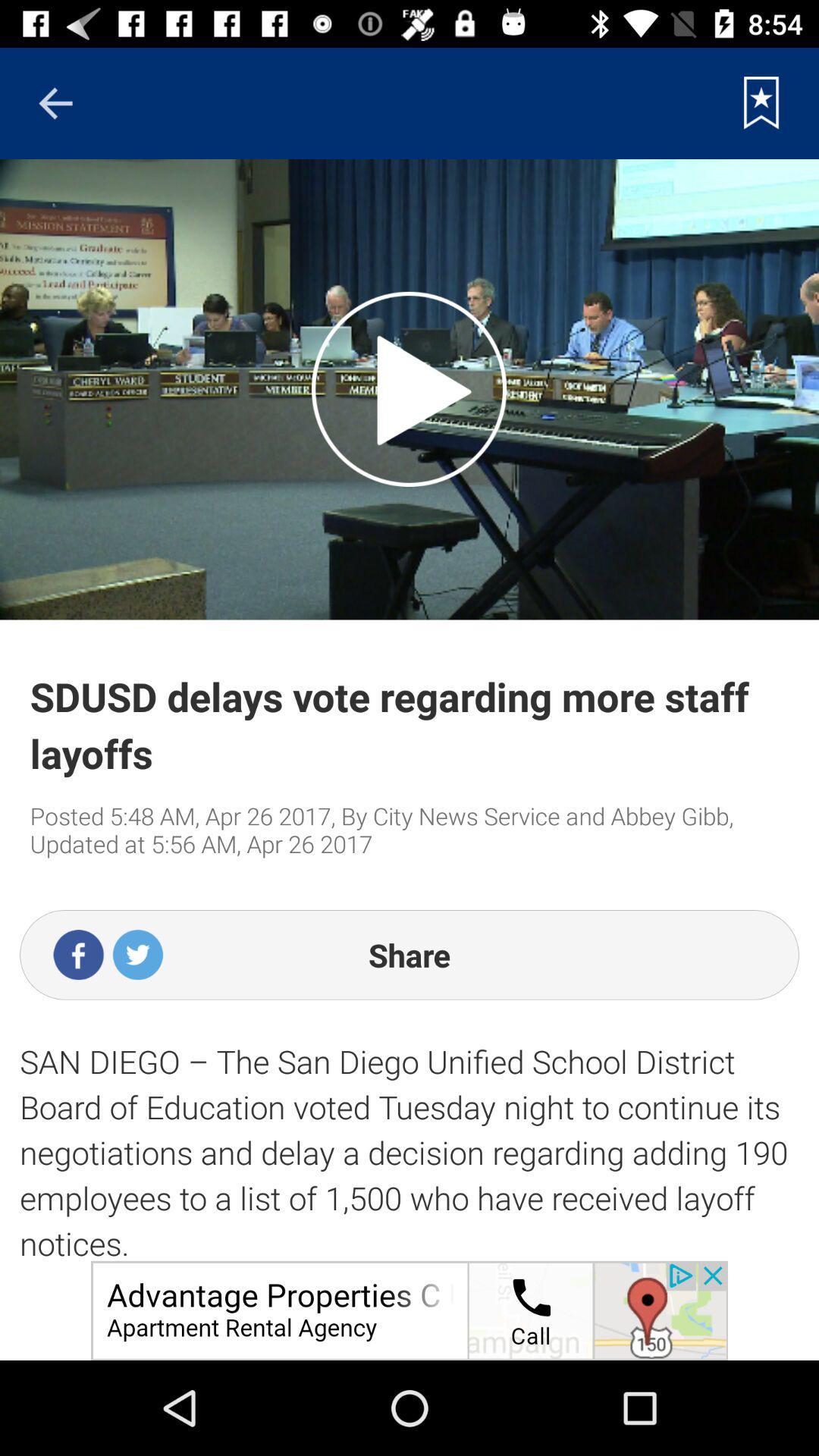 This screenshot has height=1456, width=819. Describe the element at coordinates (761, 102) in the screenshot. I see `current news` at that location.